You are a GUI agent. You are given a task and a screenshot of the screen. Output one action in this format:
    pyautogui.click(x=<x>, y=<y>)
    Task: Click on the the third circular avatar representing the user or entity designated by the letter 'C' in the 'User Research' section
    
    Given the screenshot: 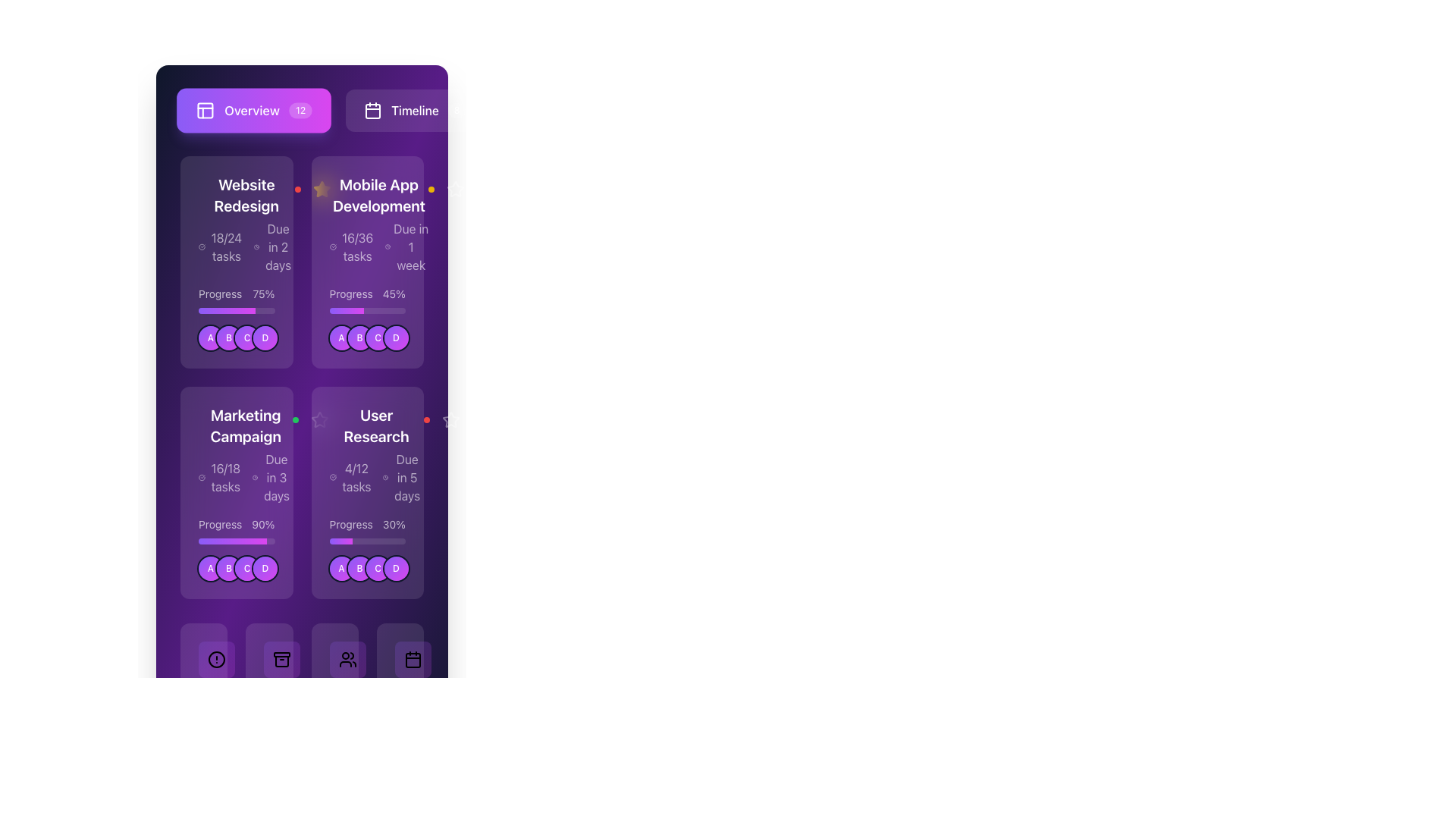 What is the action you would take?
    pyautogui.click(x=378, y=568)
    